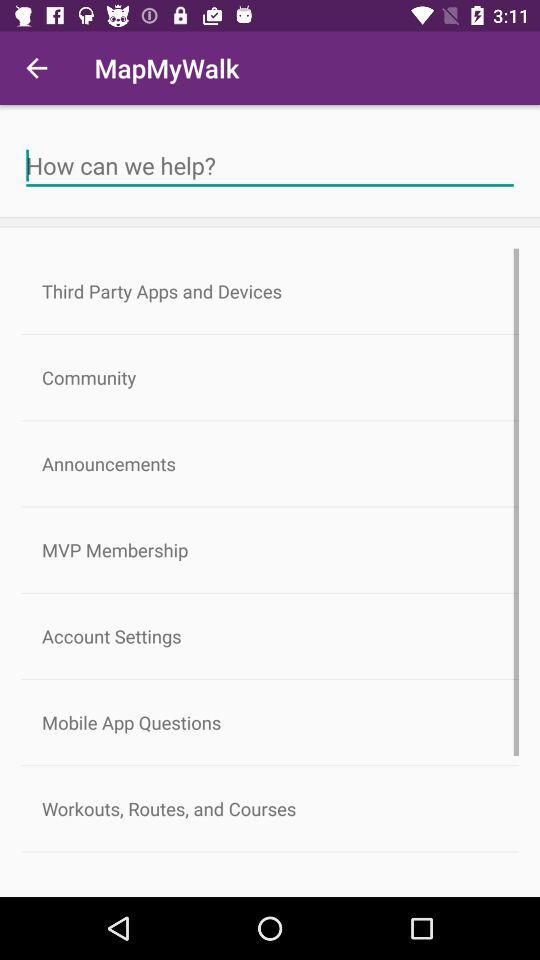 The width and height of the screenshot is (540, 960). I want to click on search for a help article, so click(270, 165).